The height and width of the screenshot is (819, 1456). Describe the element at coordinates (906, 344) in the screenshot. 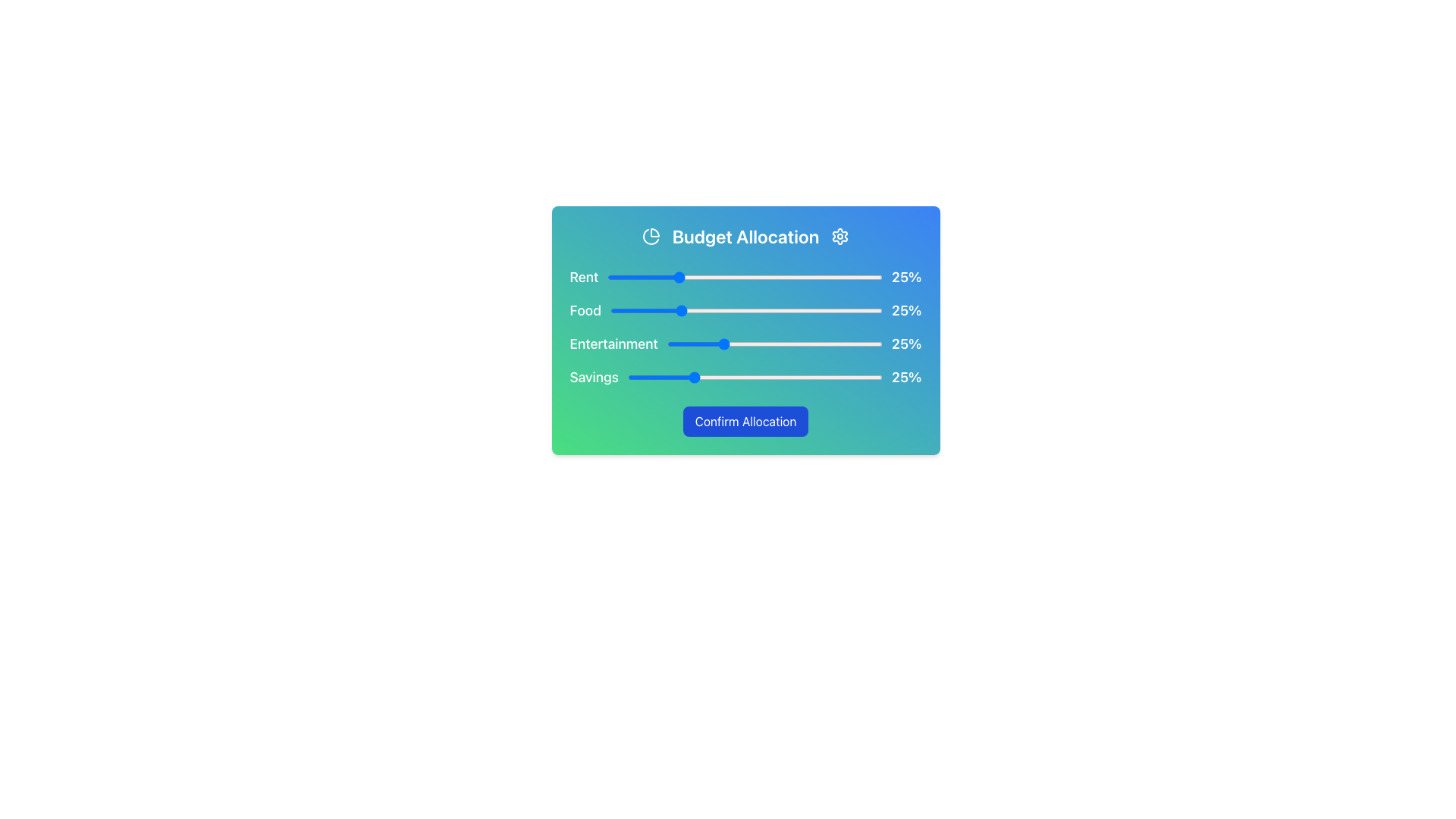

I see `the text label displaying '25%' which is bold and white, positioned in the rightmost position of the 'Entertainment' row, horizontally aligned with the associated slider` at that location.